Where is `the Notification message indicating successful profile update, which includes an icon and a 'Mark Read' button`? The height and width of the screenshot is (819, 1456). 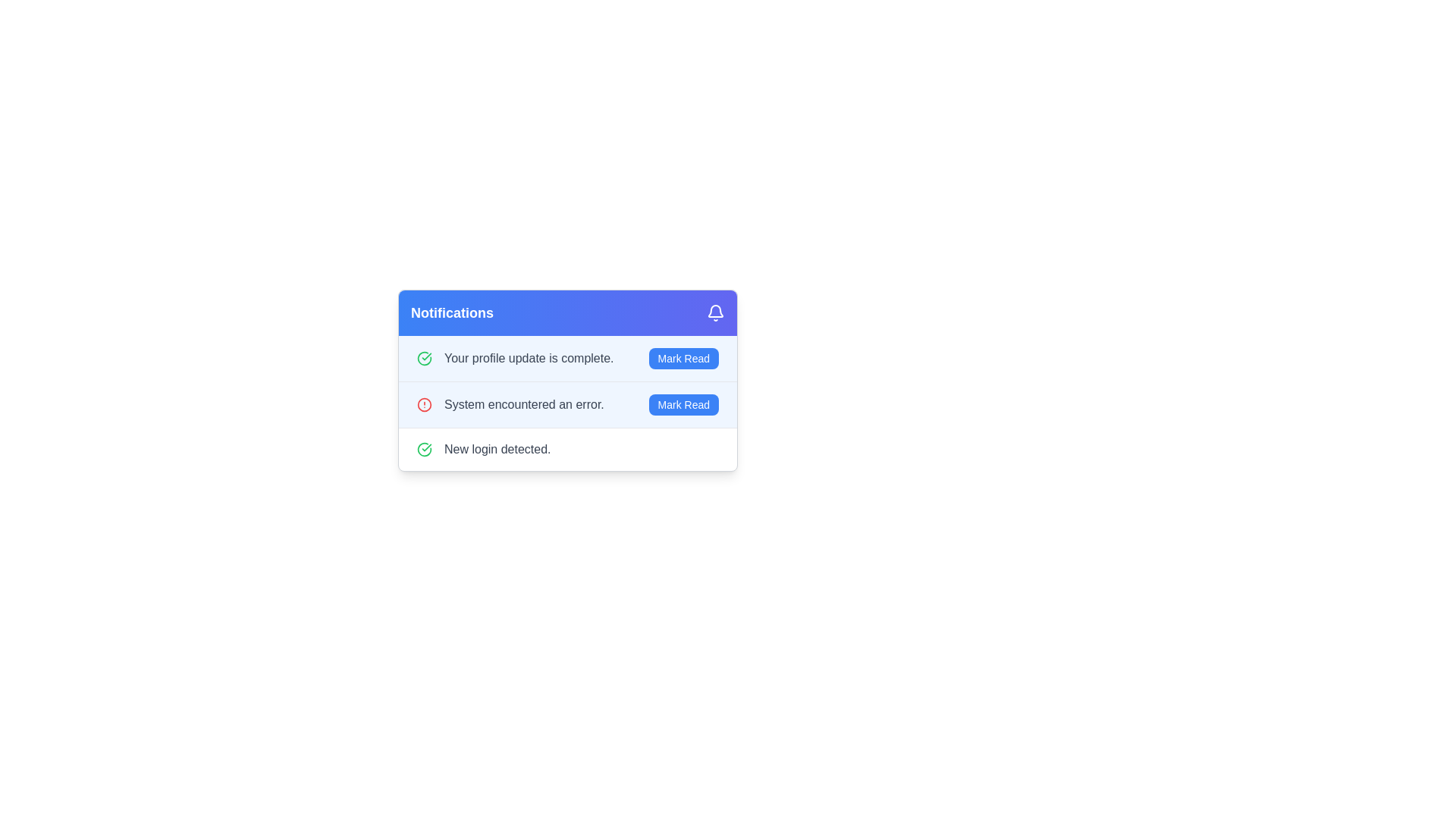 the Notification message indicating successful profile update, which includes an icon and a 'Mark Read' button is located at coordinates (515, 359).